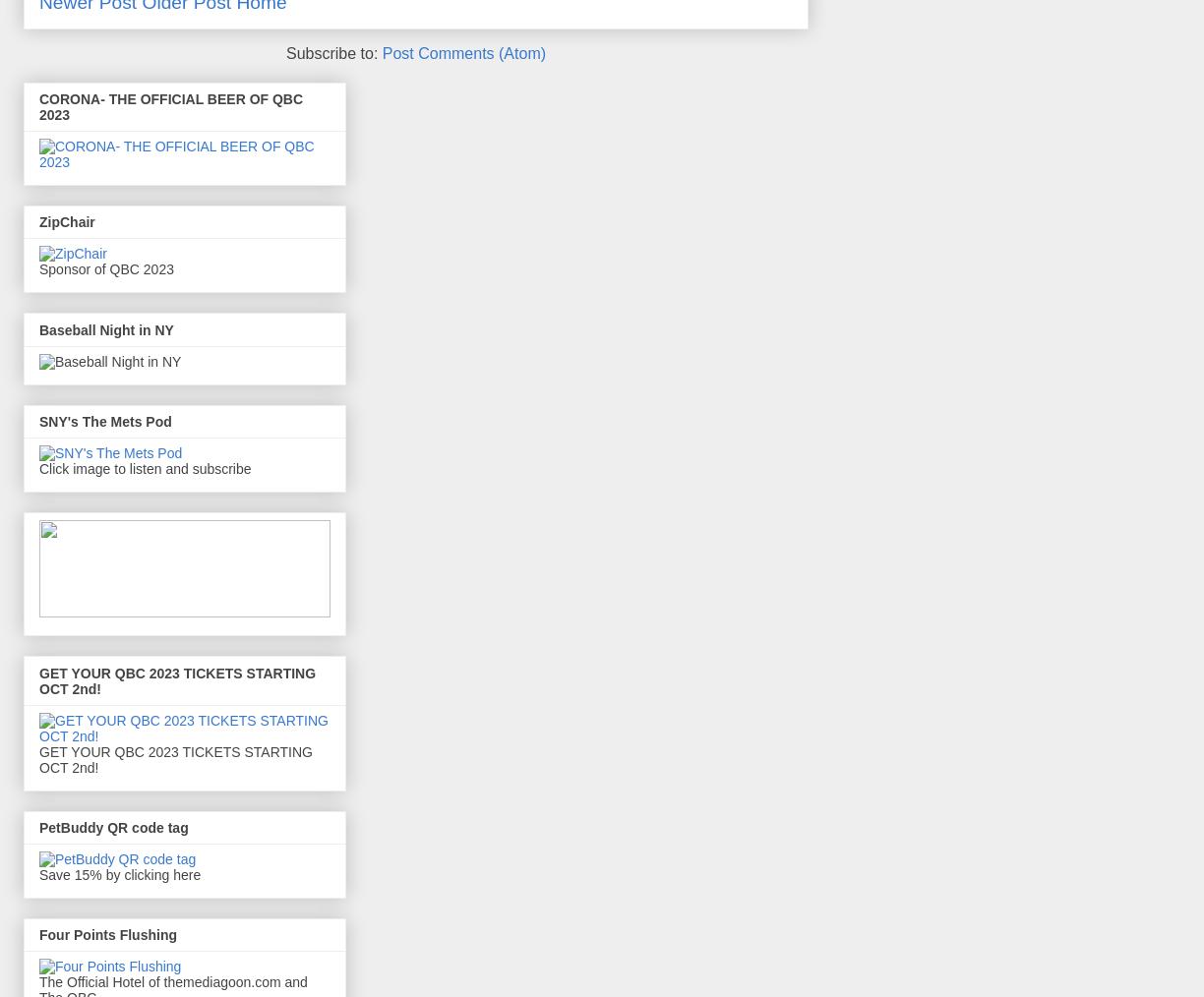 The image size is (1204, 997). Describe the element at coordinates (463, 51) in the screenshot. I see `'Post Comments (Atom)'` at that location.